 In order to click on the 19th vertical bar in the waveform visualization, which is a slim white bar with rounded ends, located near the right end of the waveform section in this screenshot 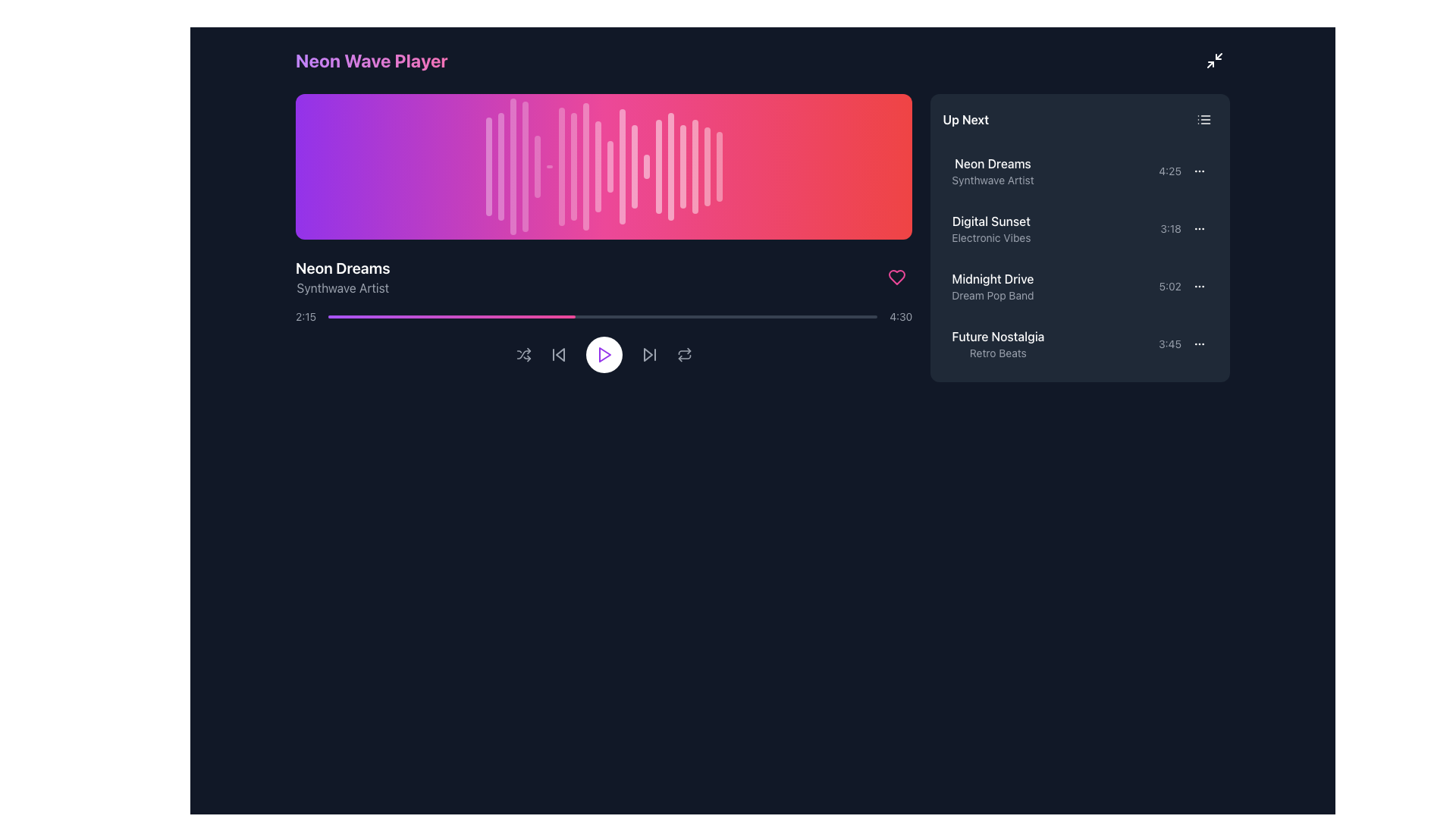, I will do `click(718, 166)`.